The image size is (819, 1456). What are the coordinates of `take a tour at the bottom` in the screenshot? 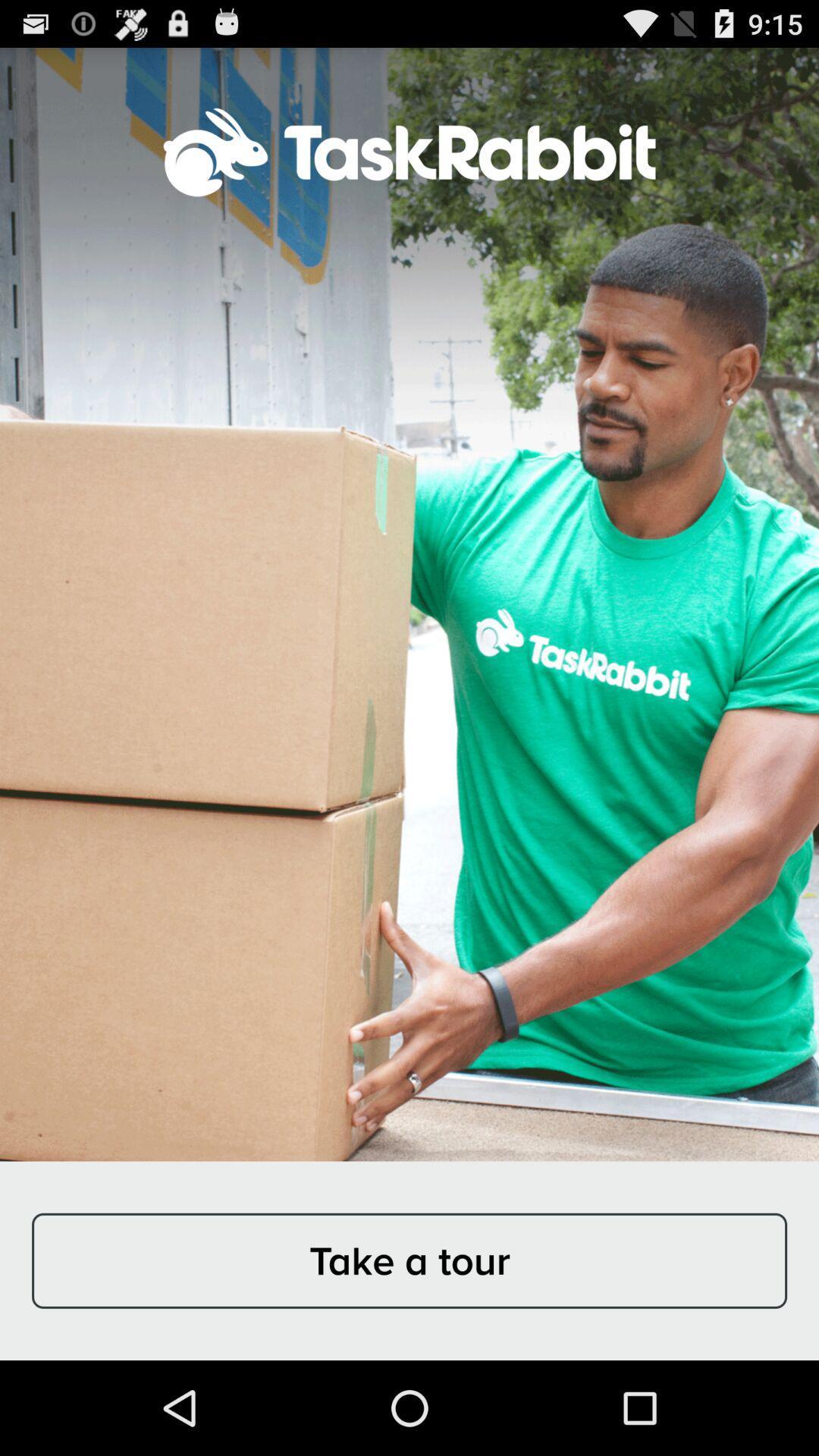 It's located at (409, 1260).